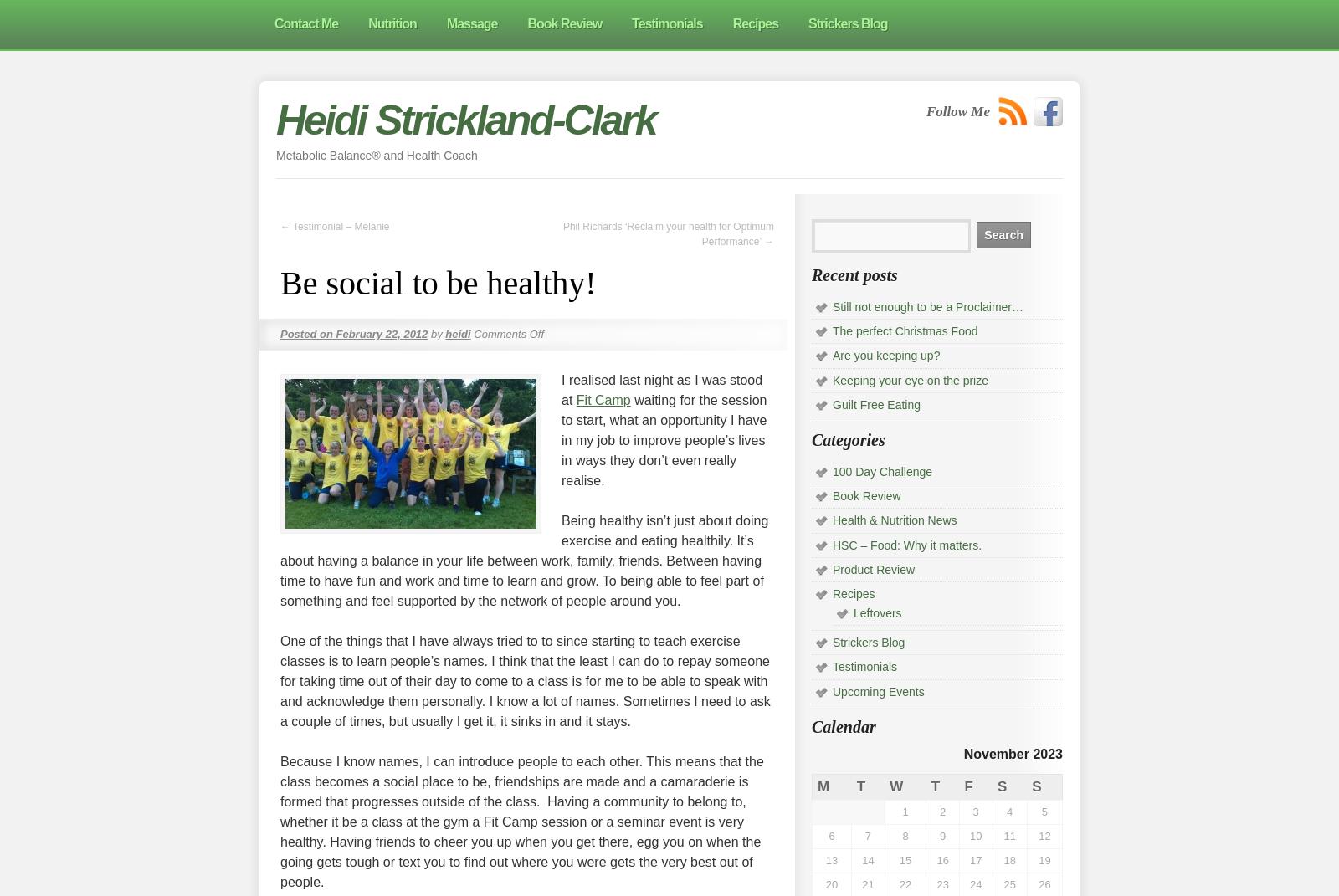 This screenshot has height=896, width=1339. Describe the element at coordinates (524, 560) in the screenshot. I see `'Being healthy isn’t just about doing exercise and eating healthily. It’s about having a balance in your life between work, family, friends. Between having time to have fun and work and time to learn and grow. To being able to feel part of something and feel supported by the network of people around you.'` at that location.